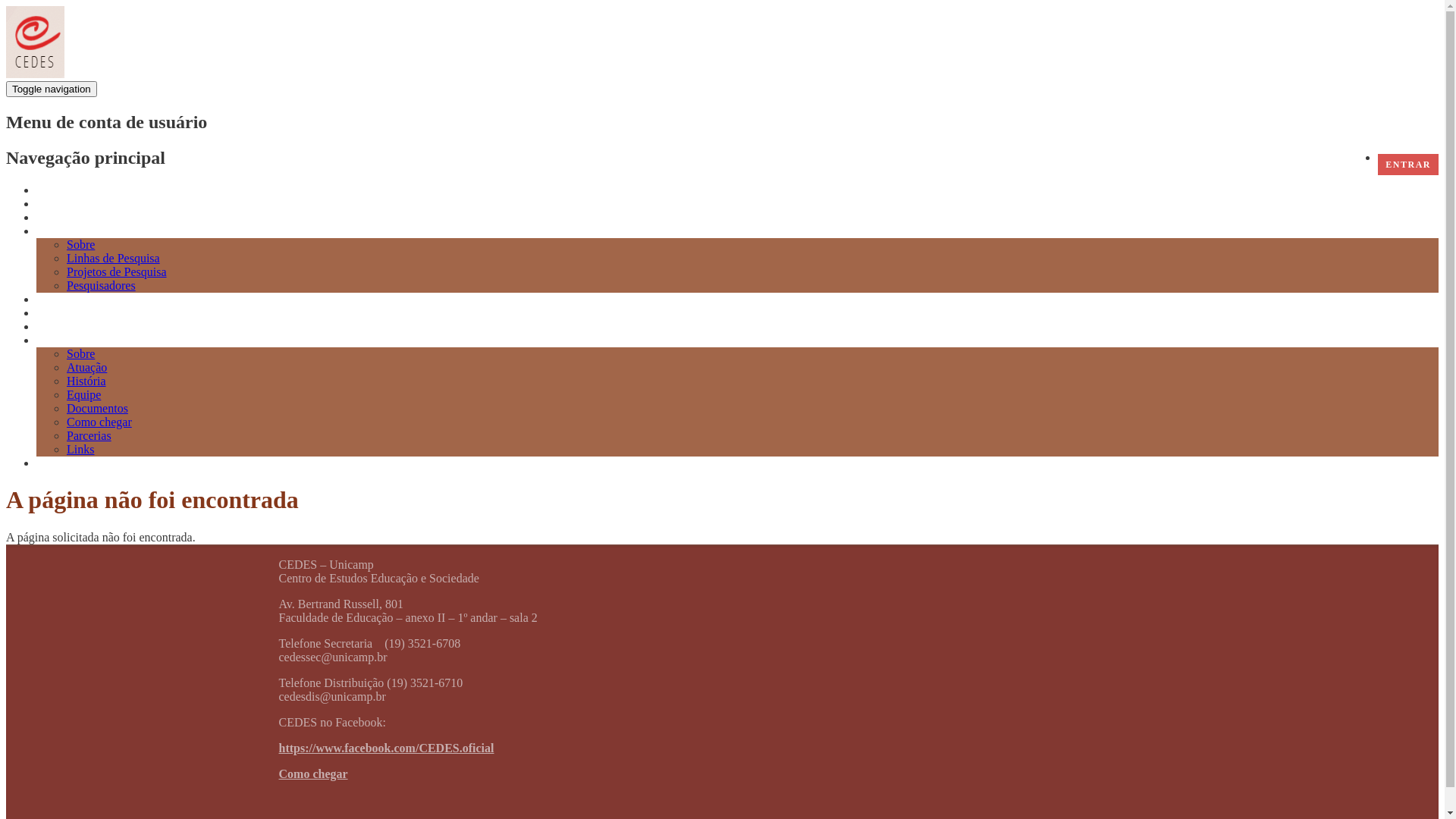  I want to click on 'ENTRAR', so click(1407, 164).